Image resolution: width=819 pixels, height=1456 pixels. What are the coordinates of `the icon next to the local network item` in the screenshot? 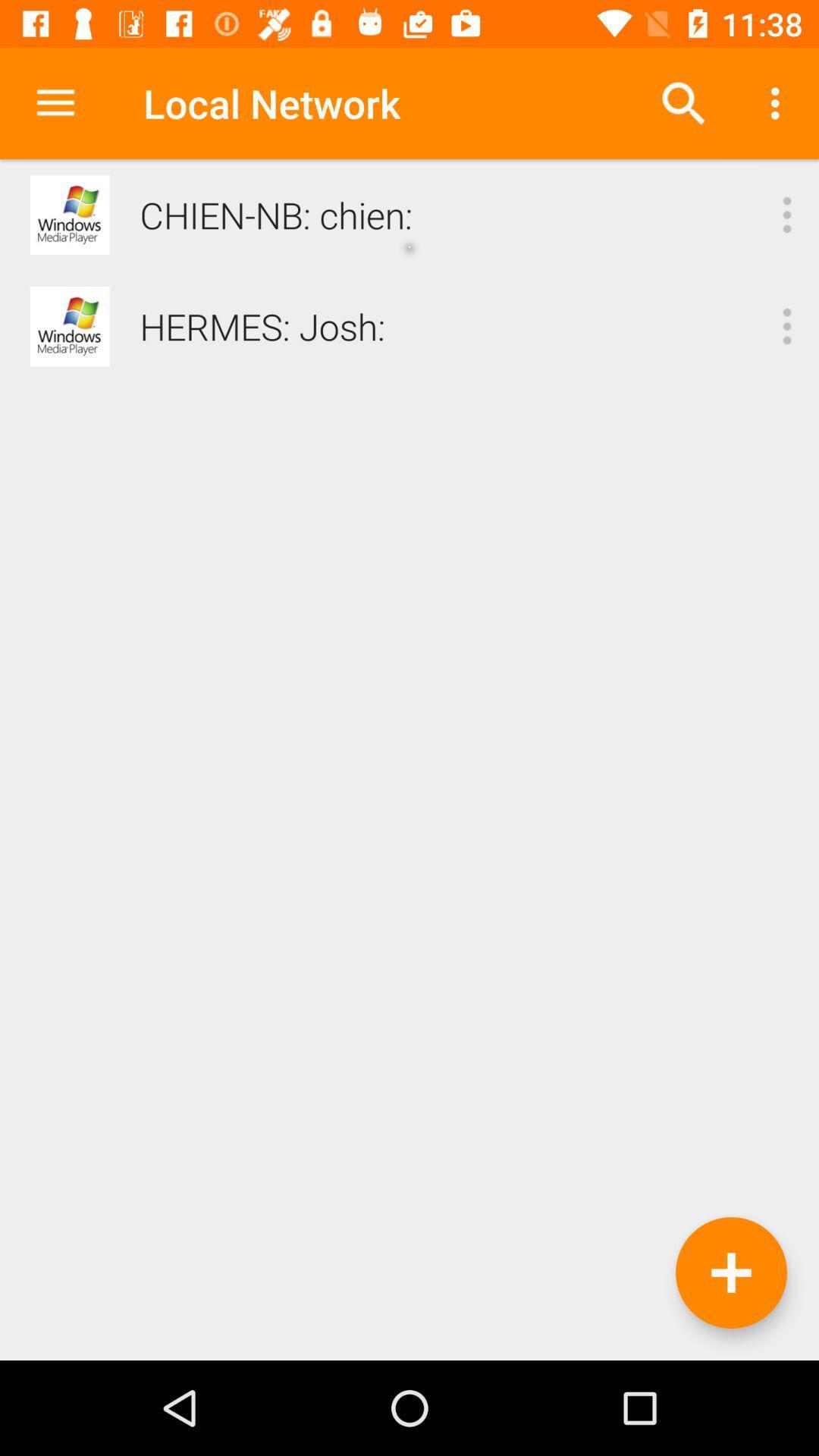 It's located at (683, 102).